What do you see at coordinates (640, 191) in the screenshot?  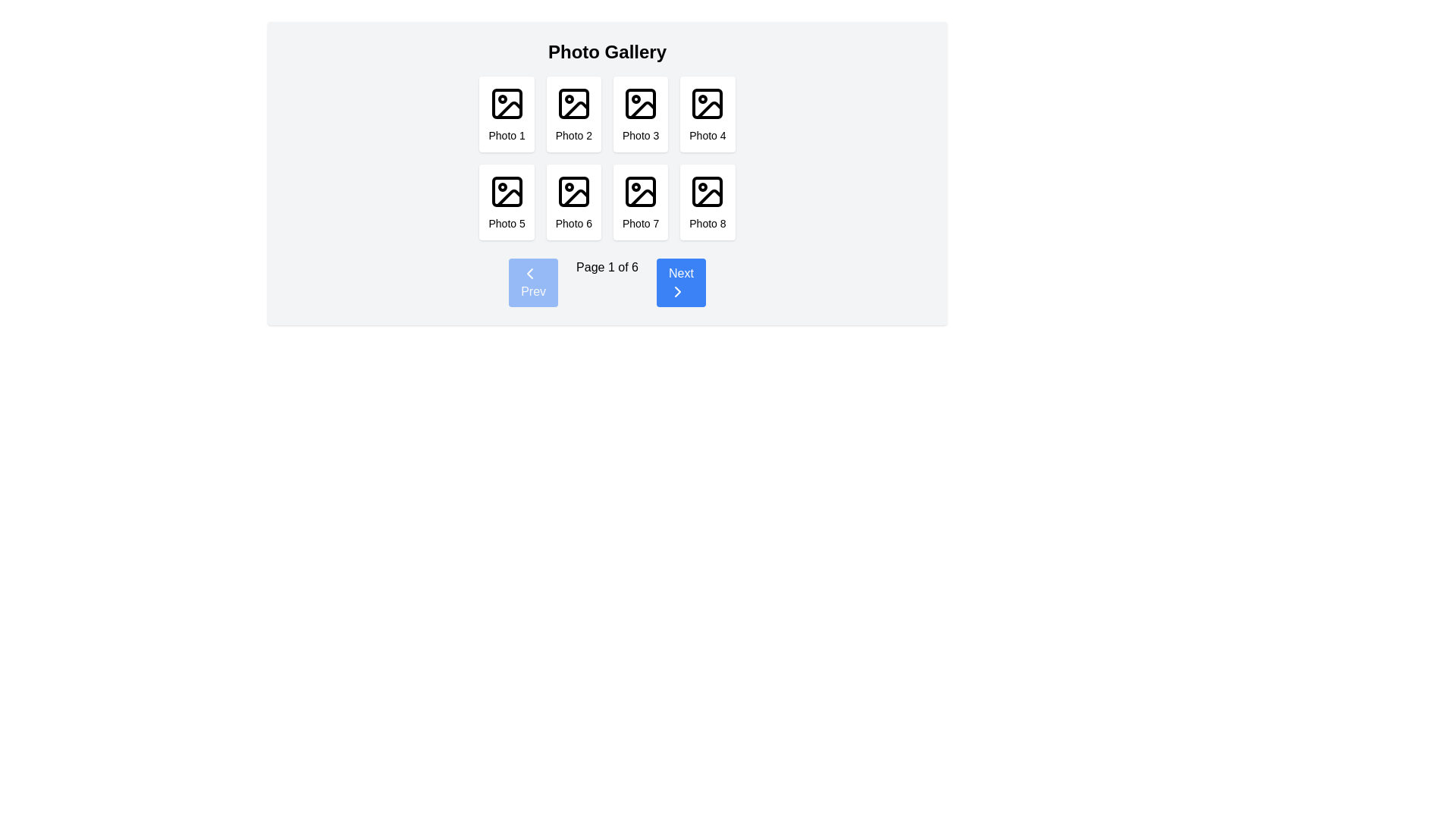 I see `the image placeholder for 'Photo 7' located in the bottom row of the gallery grid, third from the left` at bounding box center [640, 191].